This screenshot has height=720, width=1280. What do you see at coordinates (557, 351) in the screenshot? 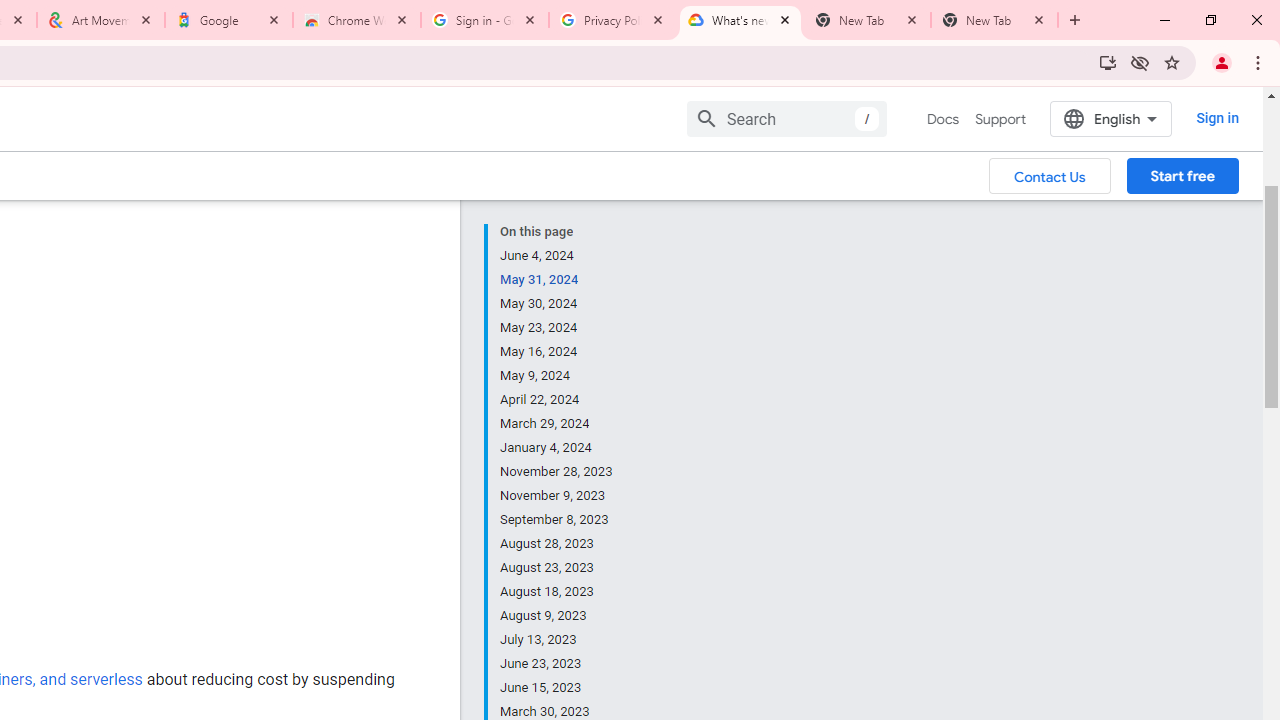
I see `'May 16, 2024'` at bounding box center [557, 351].